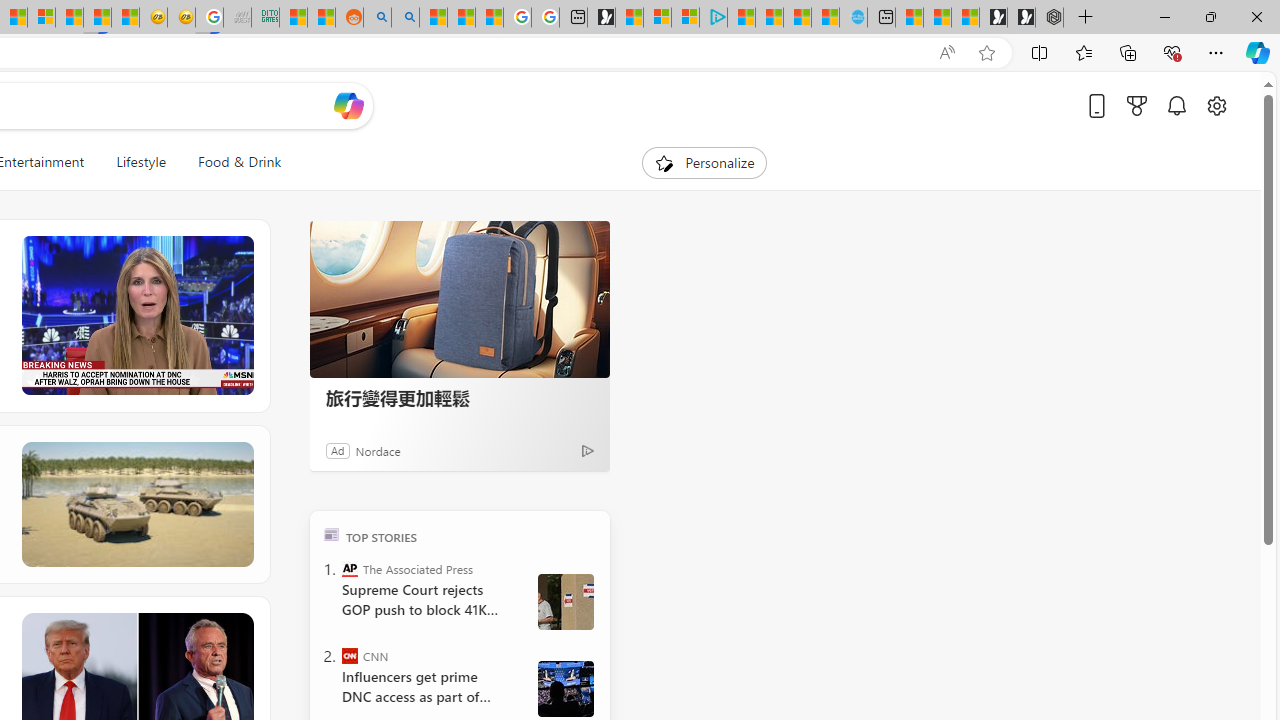 This screenshot has width=1280, height=720. What do you see at coordinates (240, 162) in the screenshot?
I see `'Food & Drink'` at bounding box center [240, 162].